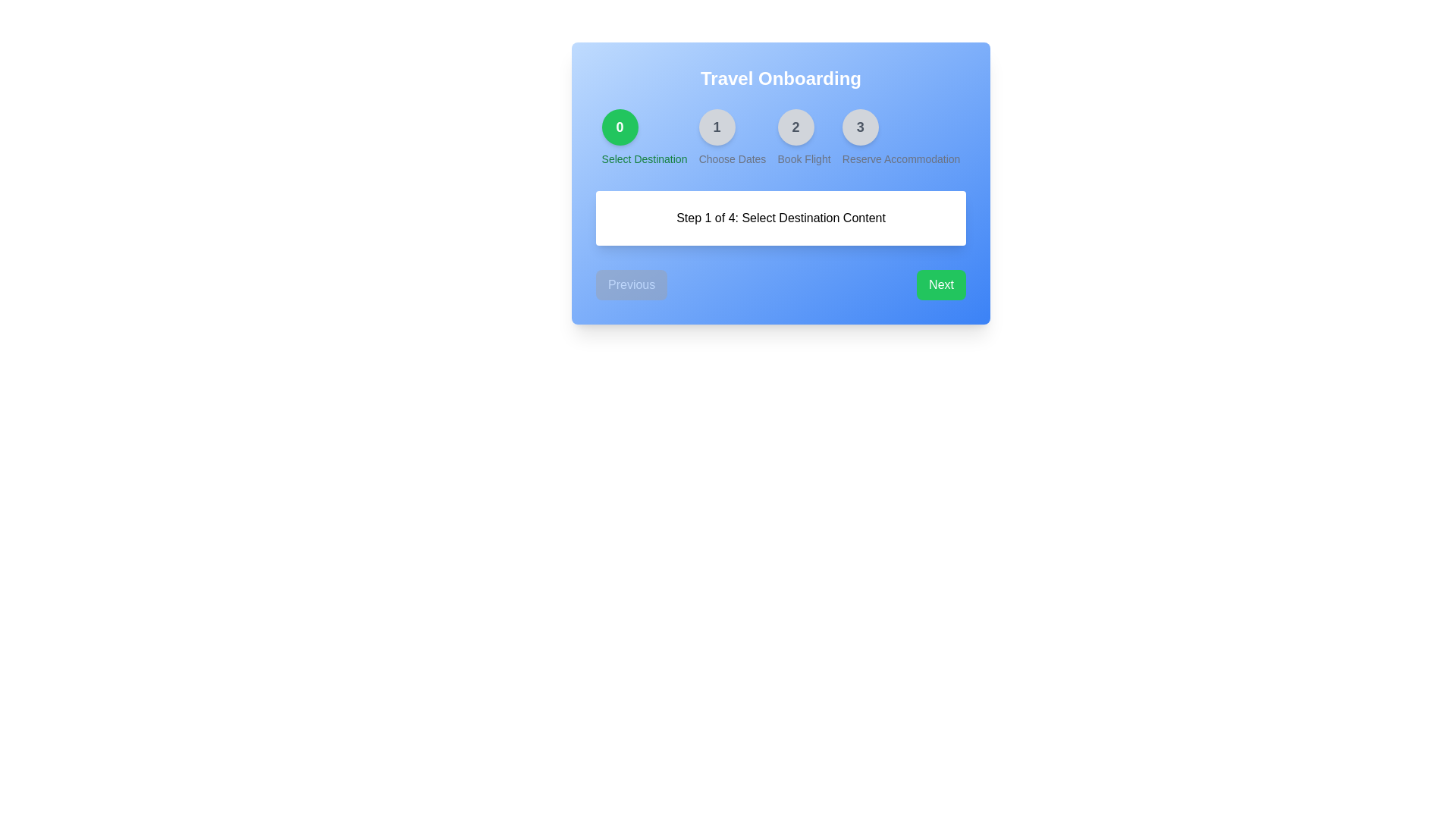 This screenshot has width=1456, height=819. What do you see at coordinates (940, 284) in the screenshot?
I see `the 'Next' button to proceed to the next step in the onboarding process` at bounding box center [940, 284].